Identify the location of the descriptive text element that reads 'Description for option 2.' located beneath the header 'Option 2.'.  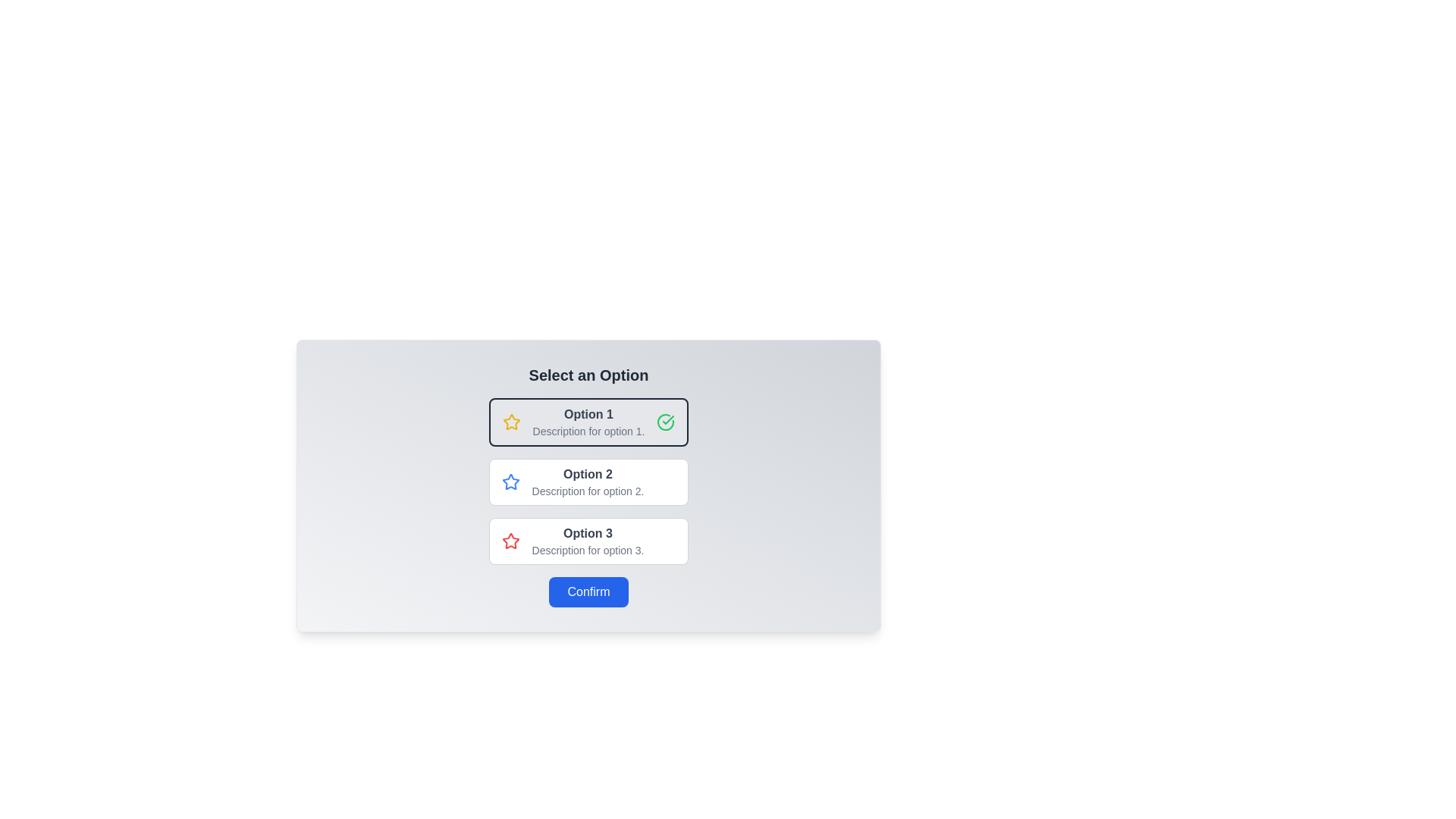
(587, 491).